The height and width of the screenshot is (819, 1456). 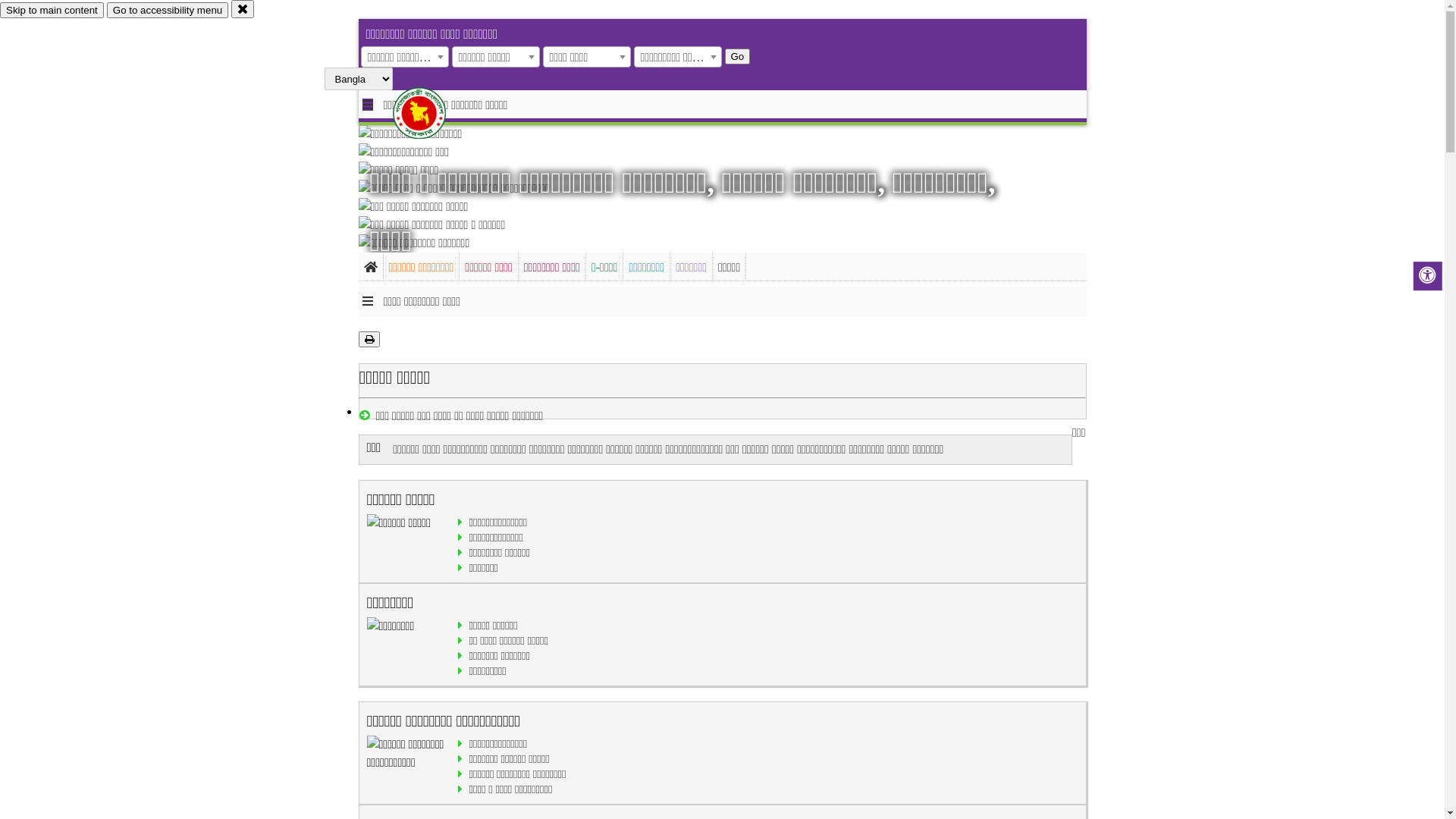 What do you see at coordinates (431, 112) in the screenshot?
I see `'` at bounding box center [431, 112].